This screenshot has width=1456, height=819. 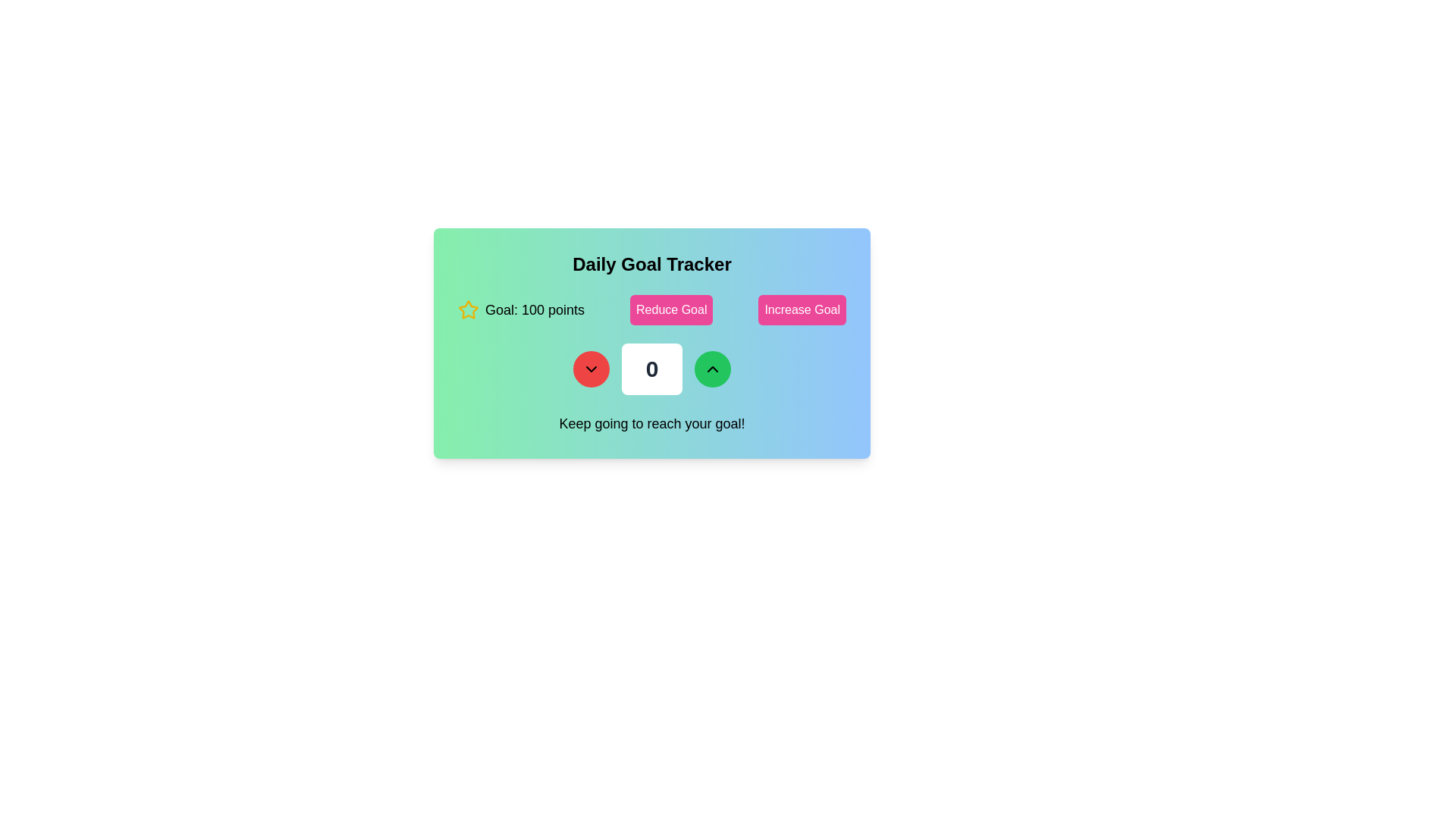 What do you see at coordinates (802, 309) in the screenshot?
I see `the 'Increase Goal' button, which is a rectangular button with rounded corners, styled in pink with white bold text, located to the right of the 'Reduce Goal' button` at bounding box center [802, 309].